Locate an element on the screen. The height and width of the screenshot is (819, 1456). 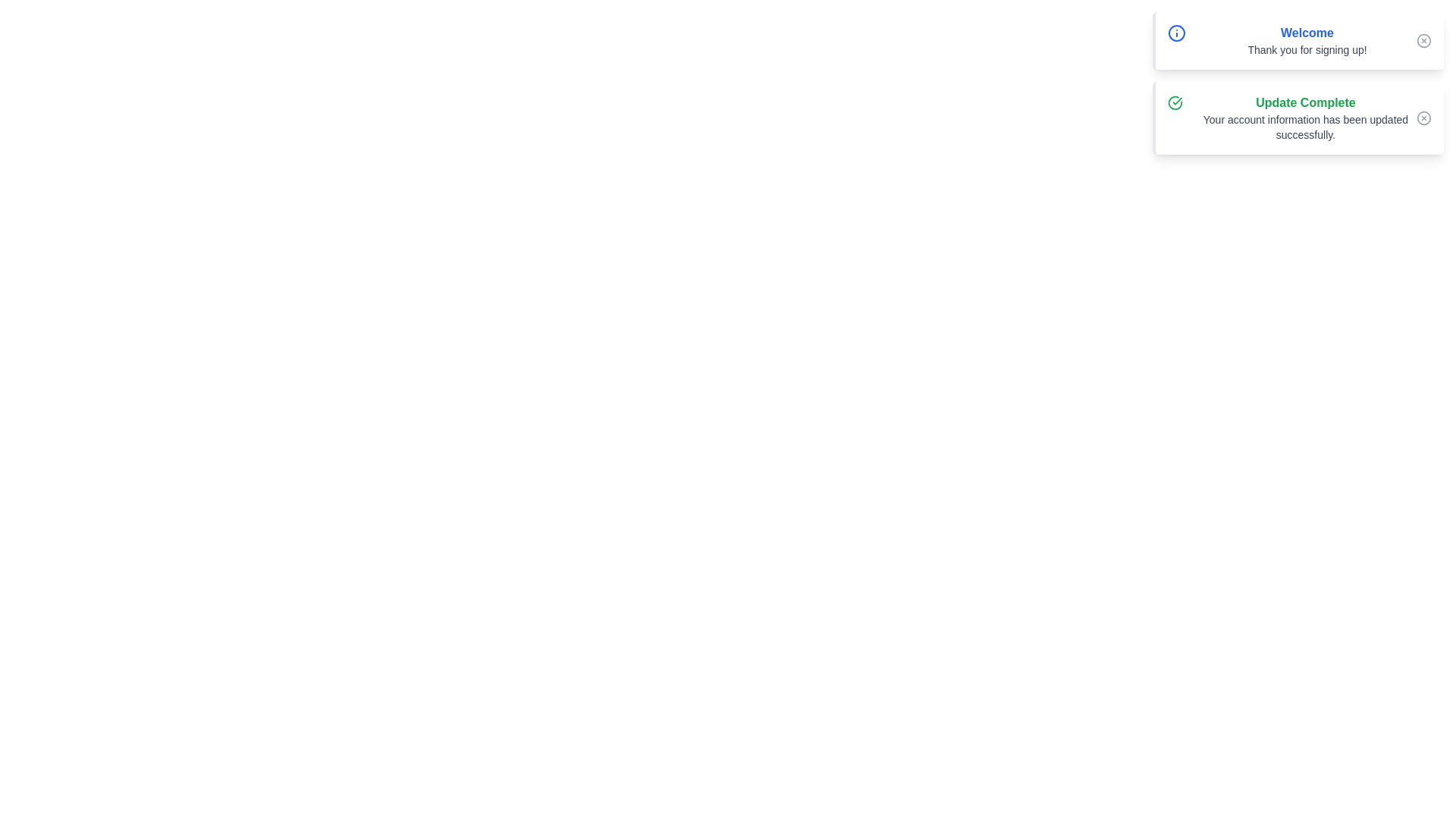
the blue circular outline icon located at the top-left corner of the first notification panel, which is centered above a stylized checkmark icon is located at coordinates (1175, 33).